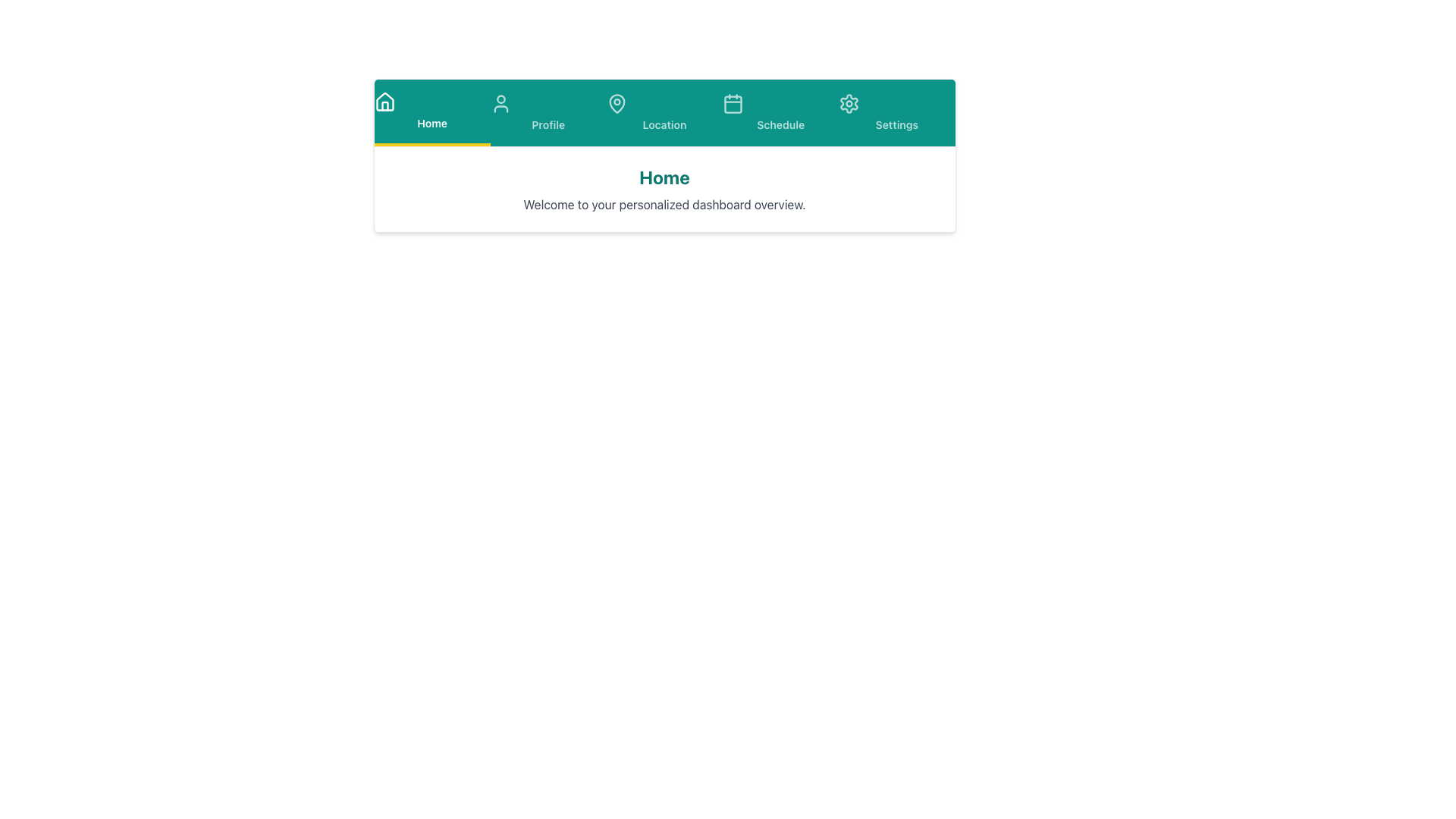  I want to click on the vertical rectangular component inside the house icon, which is part of the SVG representation of the house in the navigation bar, so click(384, 105).